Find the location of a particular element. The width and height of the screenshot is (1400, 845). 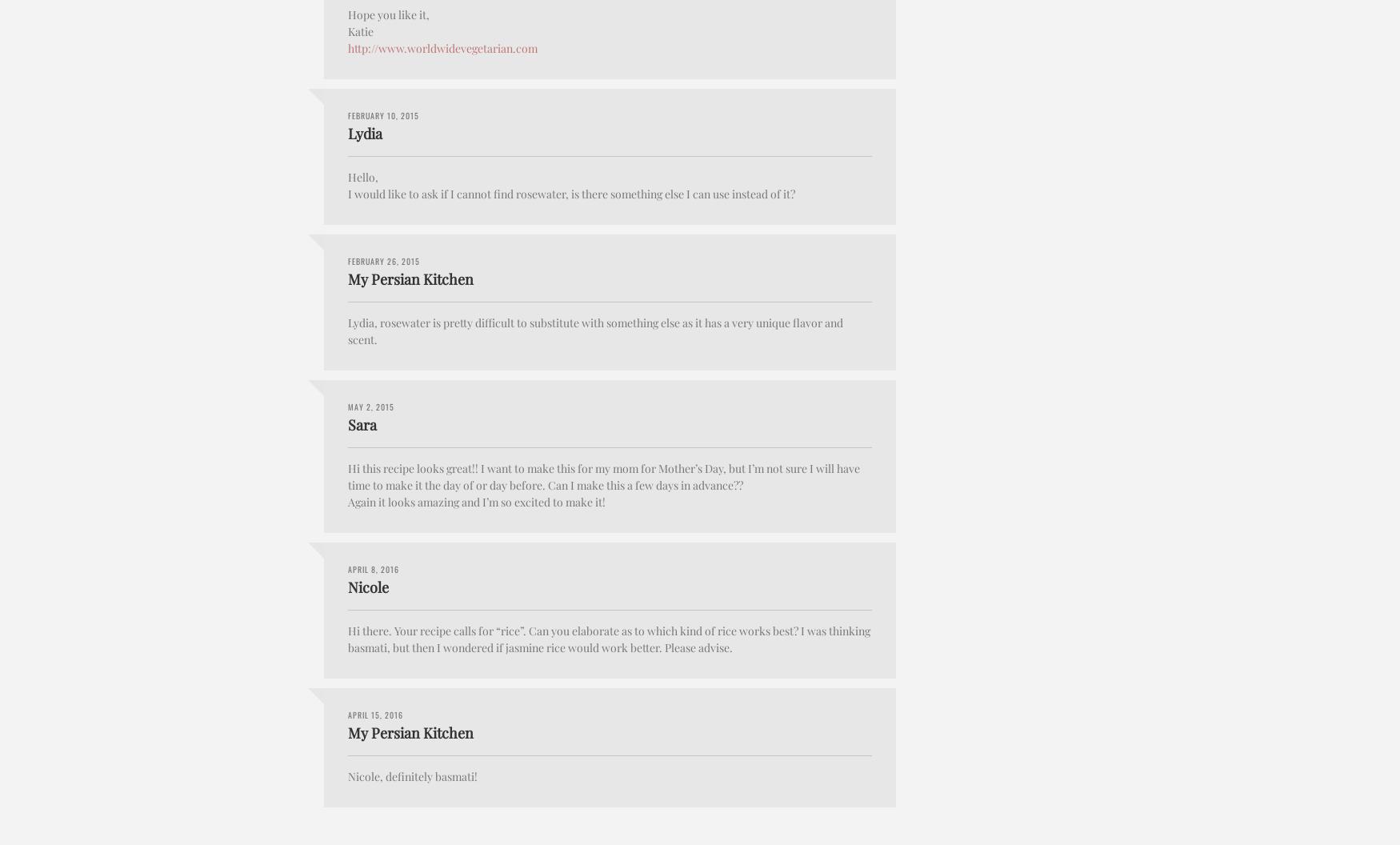

'February 10, 2015' is located at coordinates (383, 114).